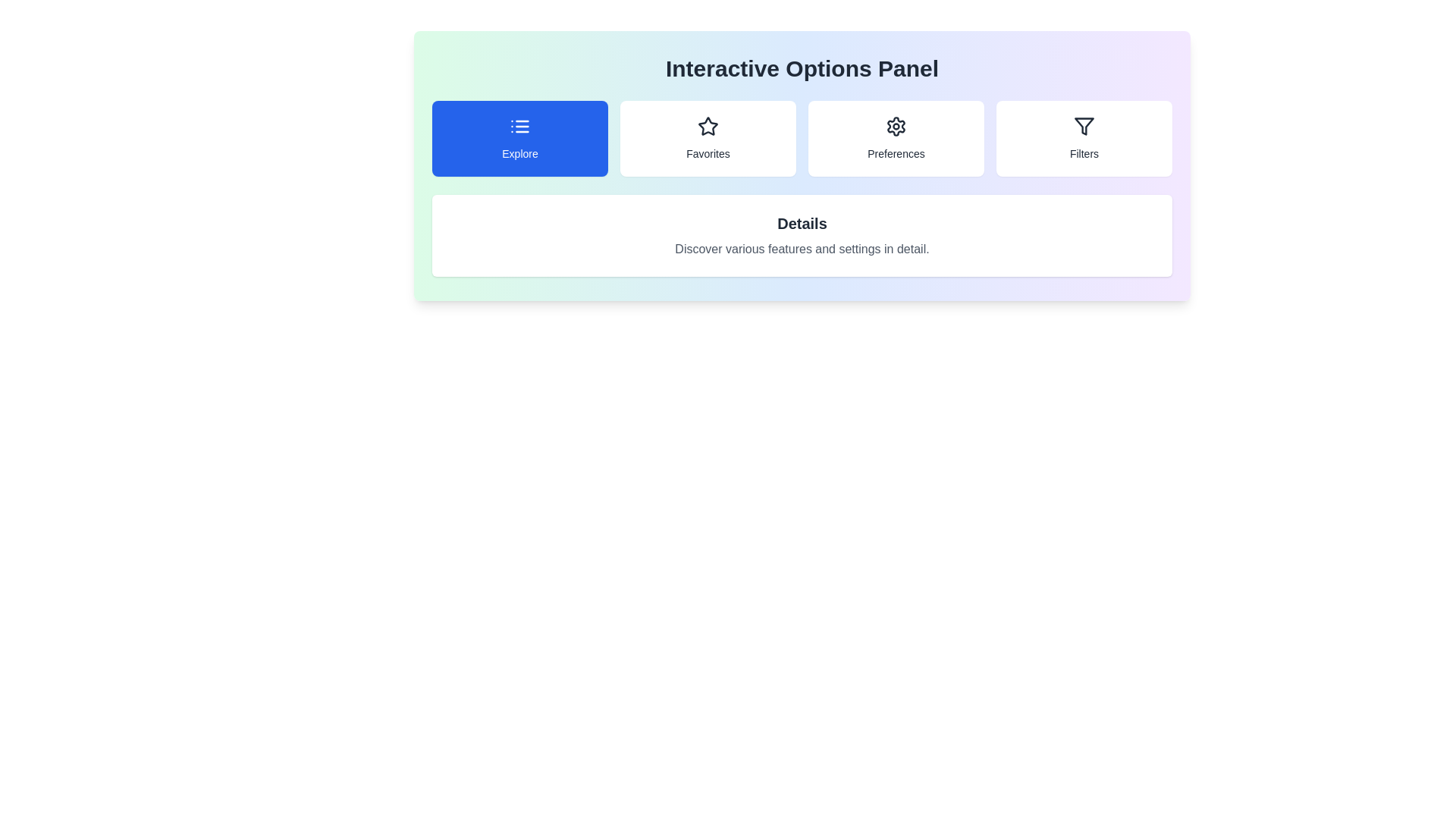 This screenshot has width=1456, height=819. I want to click on the 'Preferences' button, which displays a cogwheel icon above the label, so click(896, 138).